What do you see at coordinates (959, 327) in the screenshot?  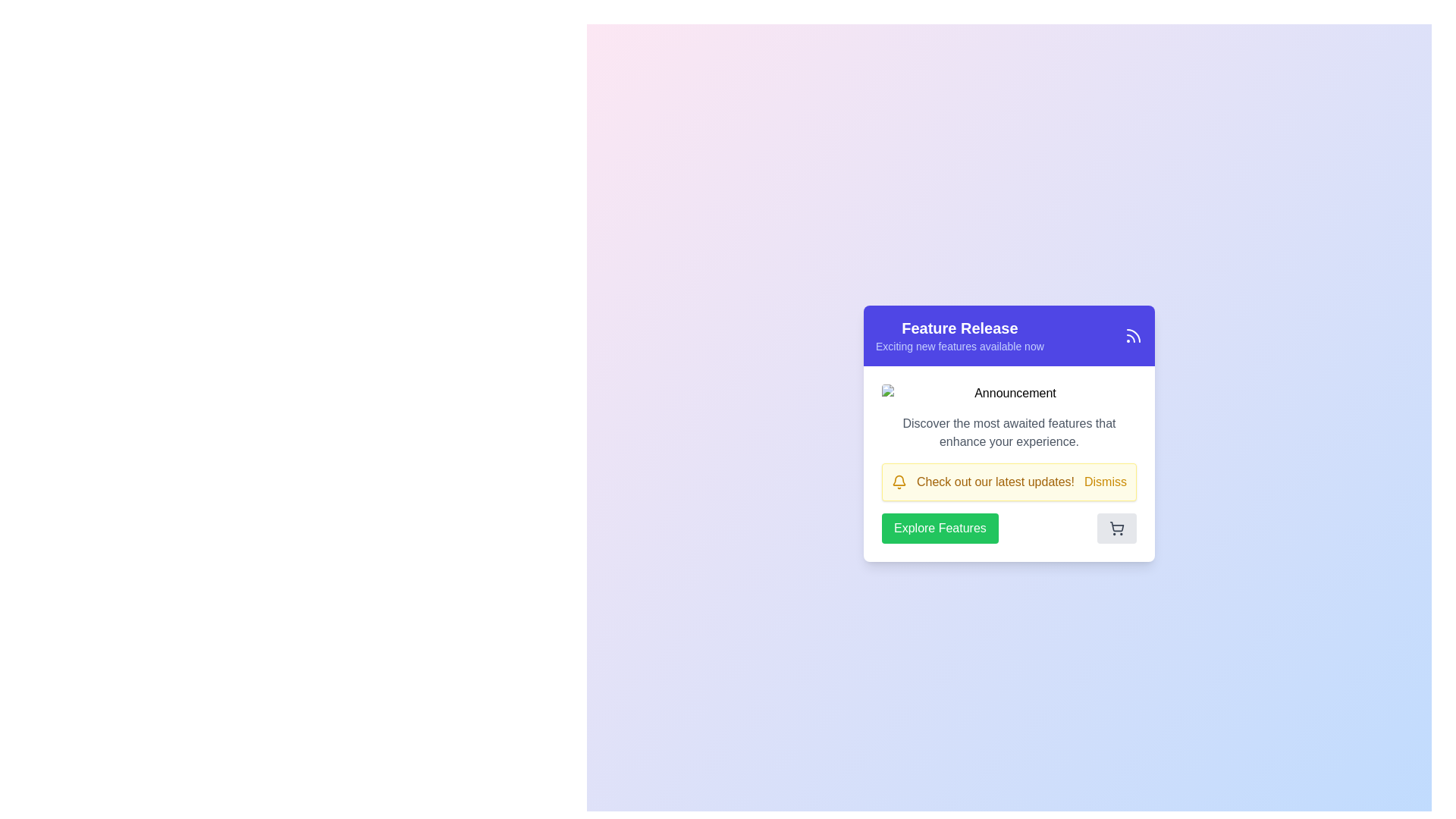 I see `bold text label 'Feature Release' which is centrally aligned on a purple background at the top of the notification card` at bounding box center [959, 327].